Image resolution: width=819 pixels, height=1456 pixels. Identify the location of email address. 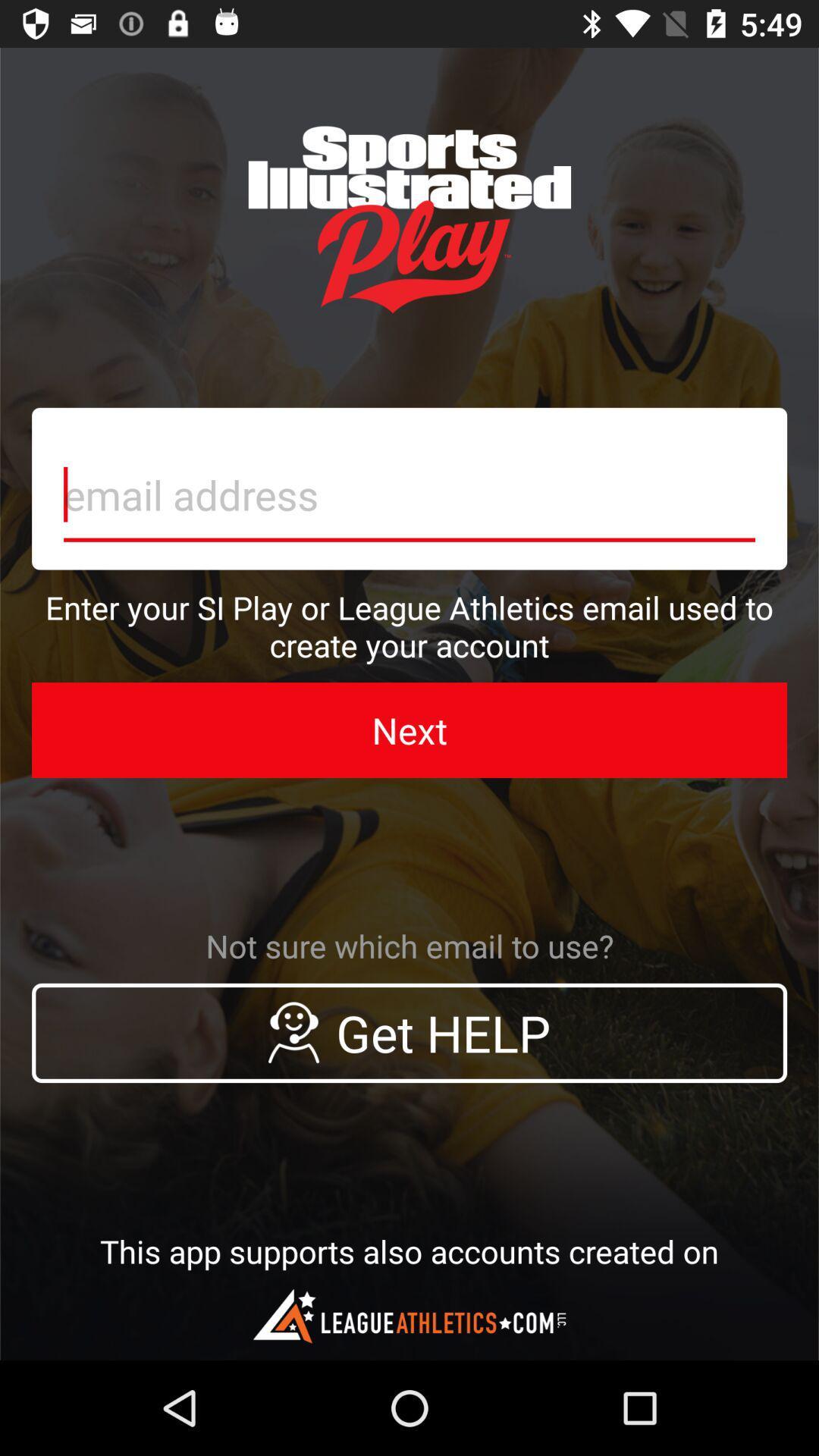
(409, 488).